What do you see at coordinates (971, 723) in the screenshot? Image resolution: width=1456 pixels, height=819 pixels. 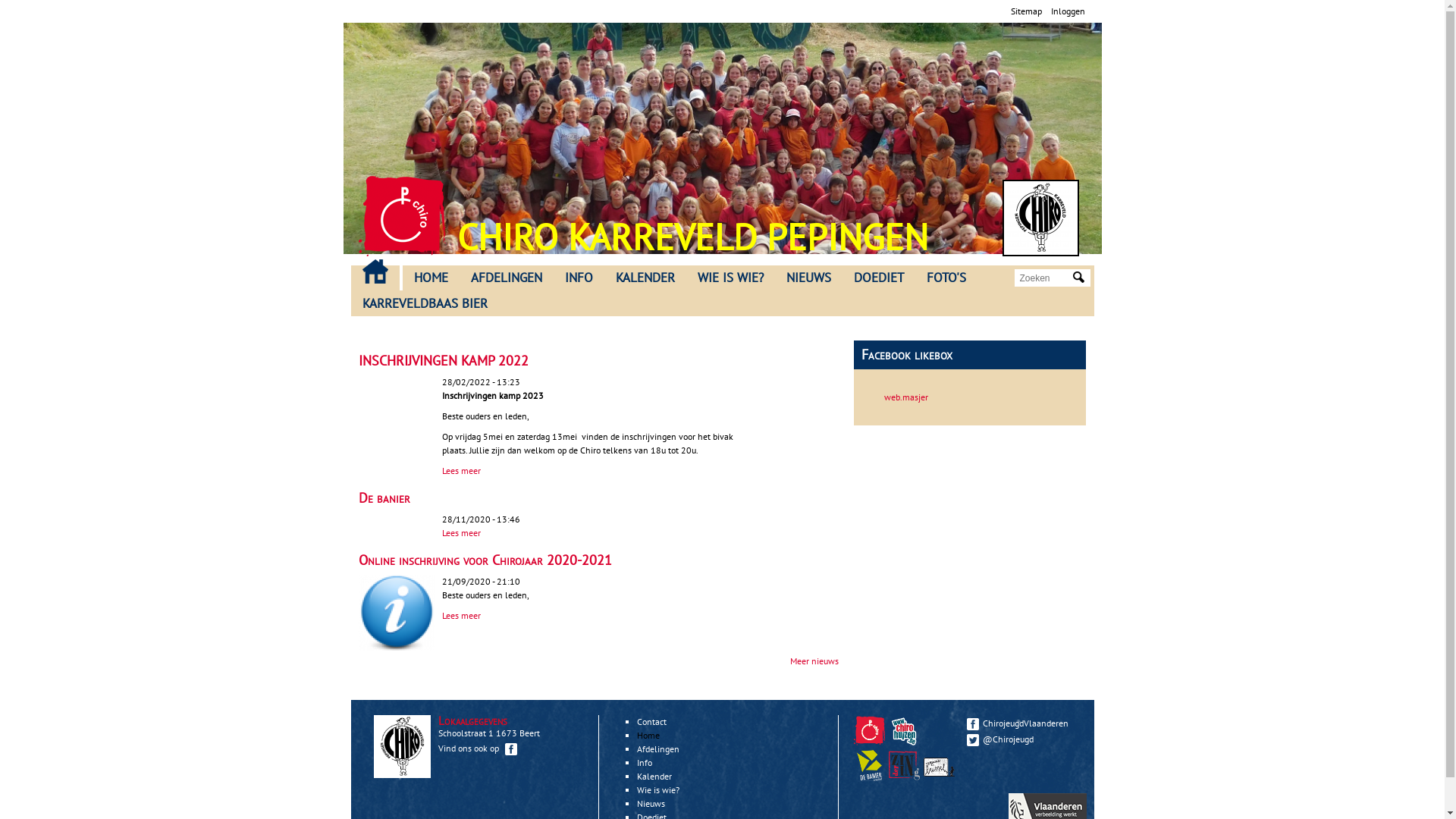 I see `'Facebook'` at bounding box center [971, 723].